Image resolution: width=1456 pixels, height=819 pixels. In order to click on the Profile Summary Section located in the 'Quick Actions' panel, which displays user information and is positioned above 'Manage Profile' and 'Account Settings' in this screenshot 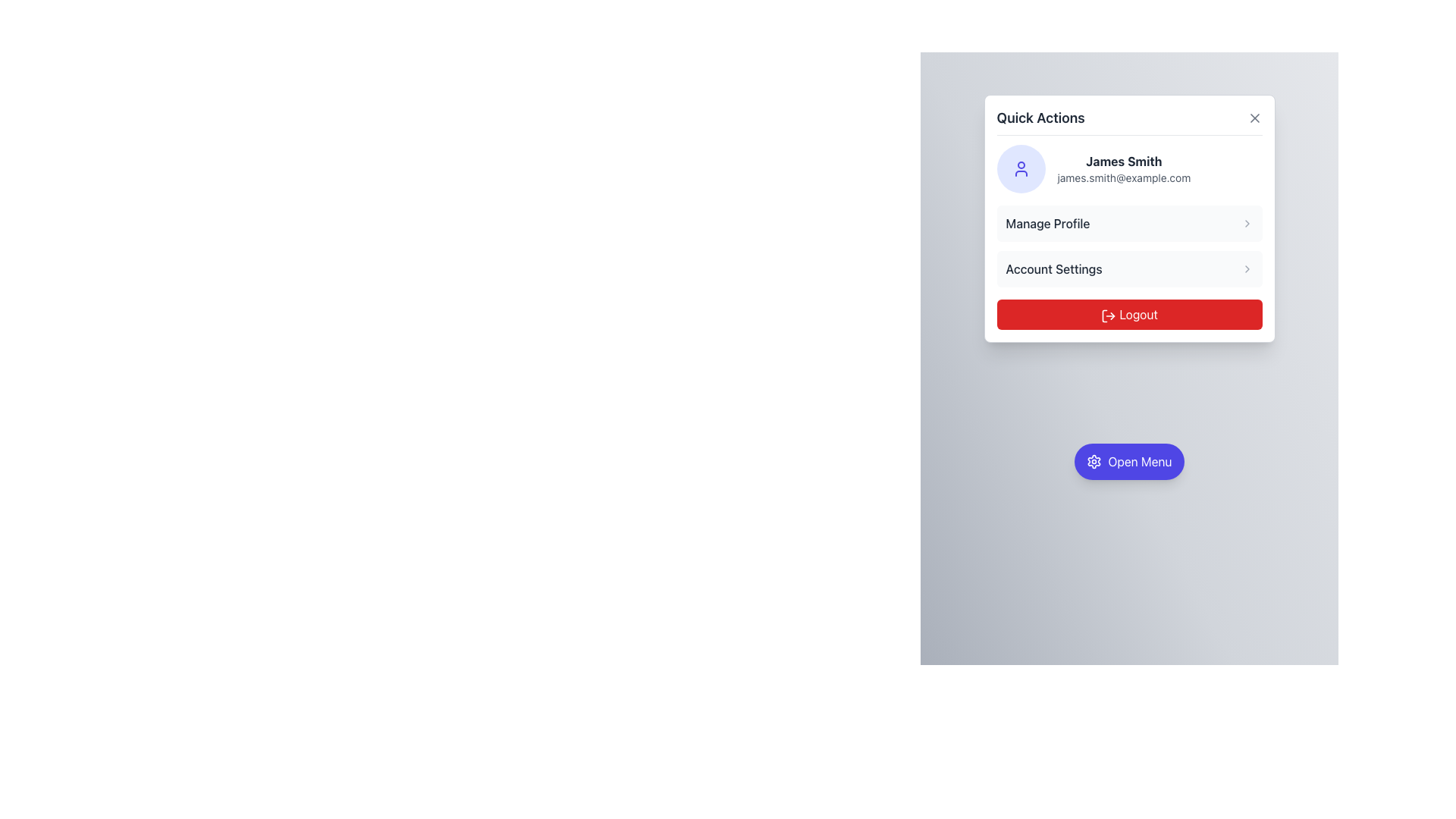, I will do `click(1129, 169)`.